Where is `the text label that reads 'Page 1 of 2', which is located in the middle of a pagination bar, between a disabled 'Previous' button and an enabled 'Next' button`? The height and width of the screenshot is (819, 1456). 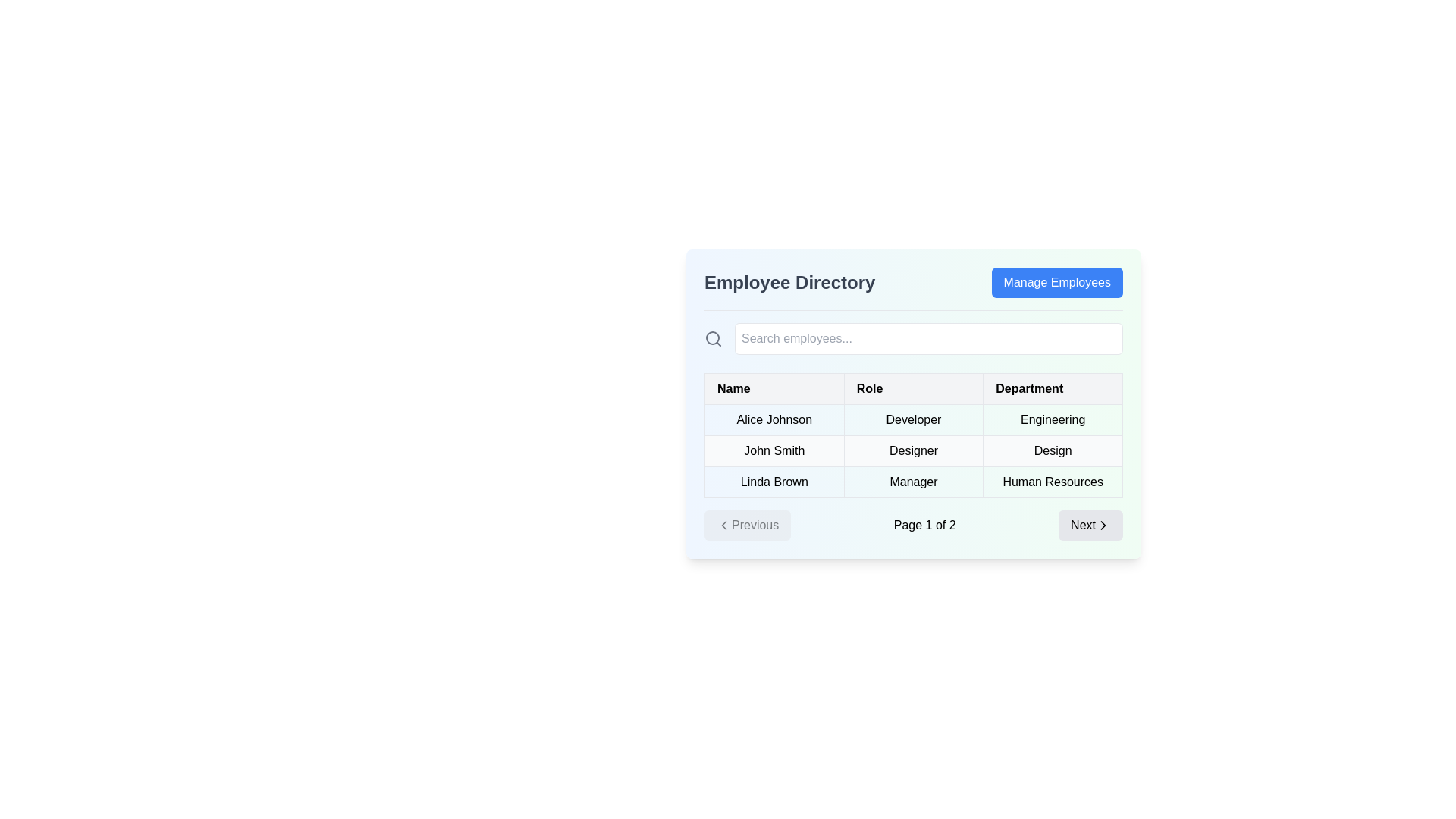
the text label that reads 'Page 1 of 2', which is located in the middle of a pagination bar, between a disabled 'Previous' button and an enabled 'Next' button is located at coordinates (924, 525).